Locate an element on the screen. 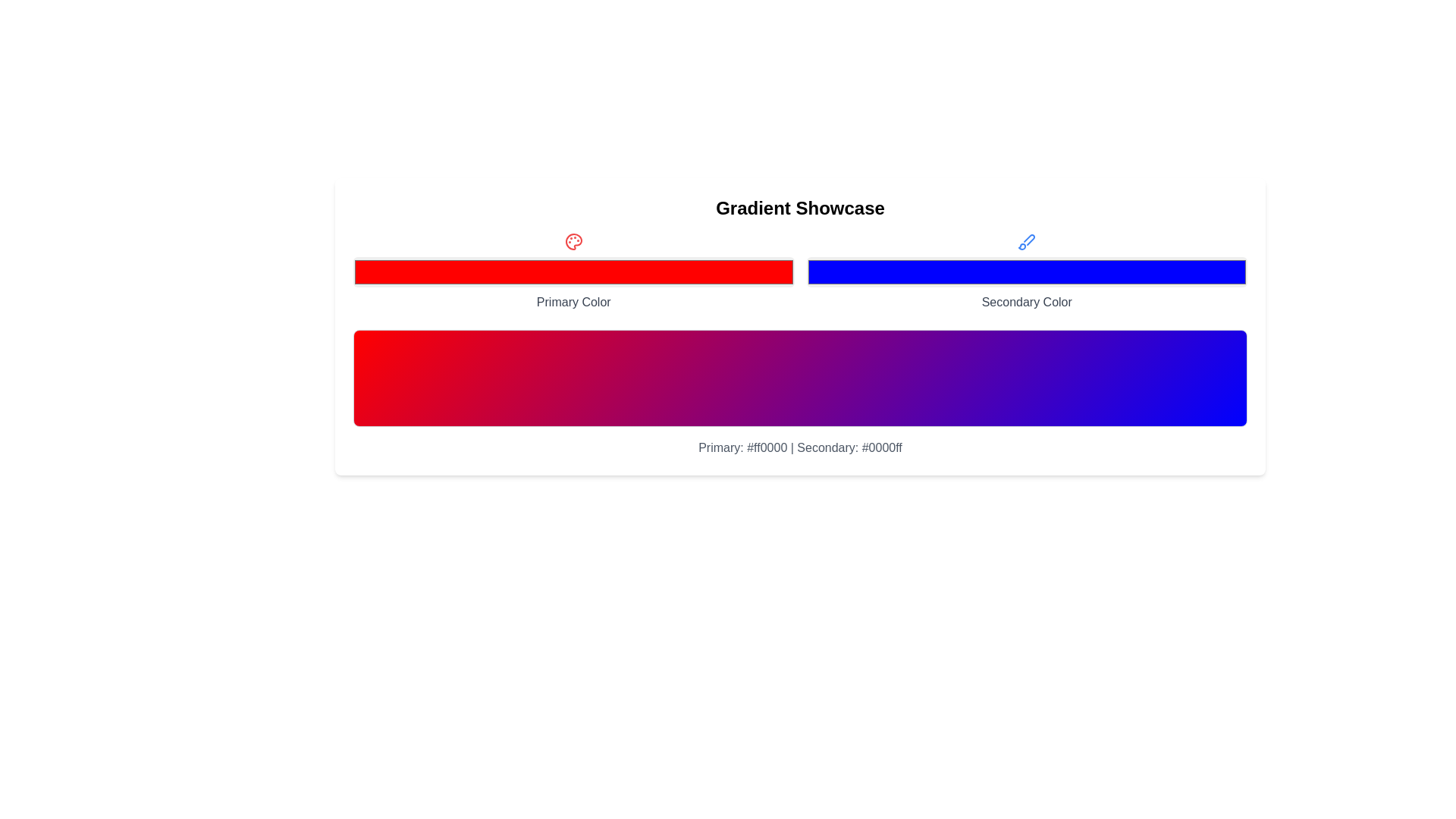  the text label displaying the primary color '#ff0000' to trigger potential tooltips is located at coordinates (742, 447).